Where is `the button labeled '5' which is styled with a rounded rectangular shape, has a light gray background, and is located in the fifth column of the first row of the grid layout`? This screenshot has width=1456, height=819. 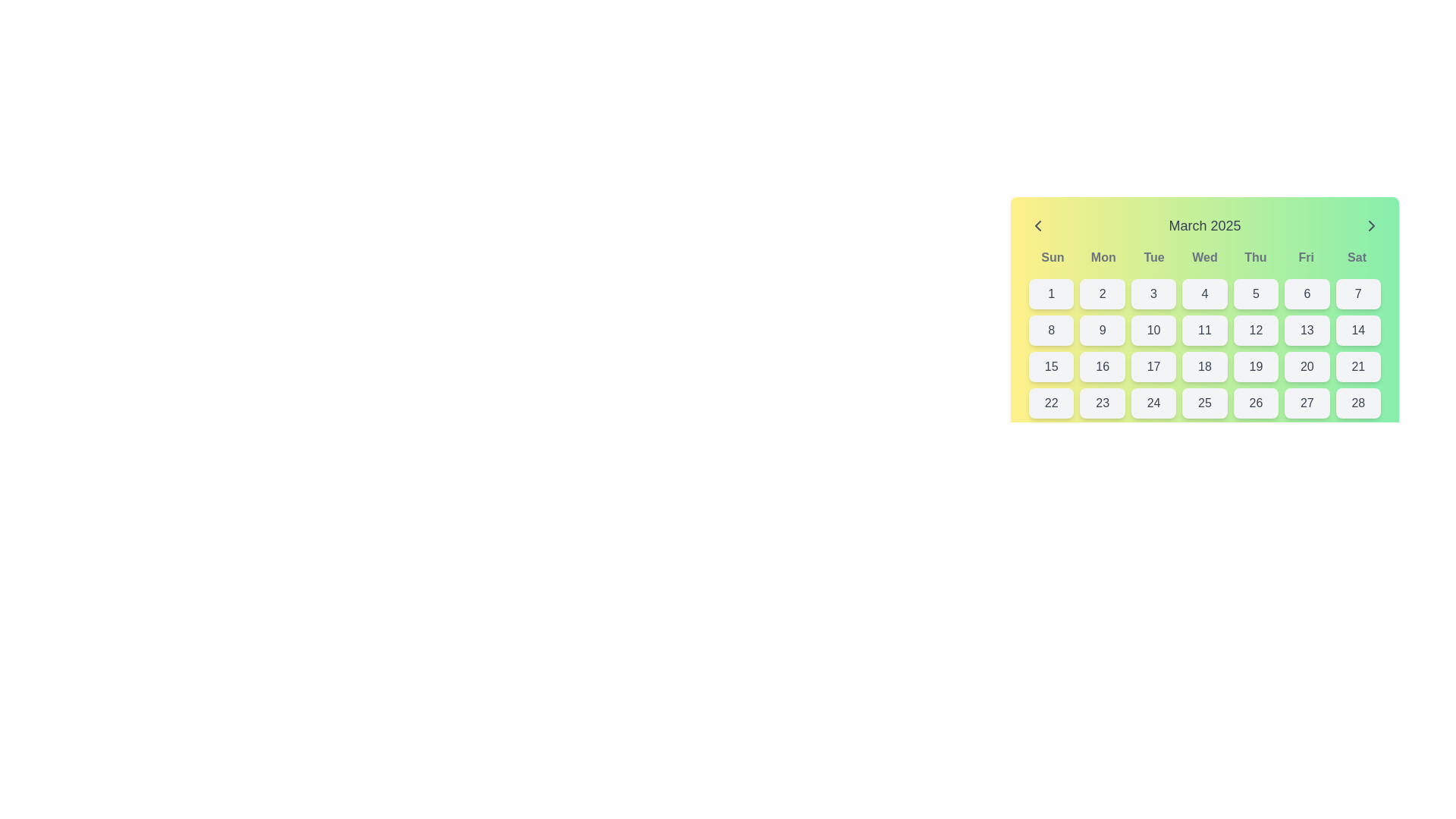 the button labeled '5' which is styled with a rounded rectangular shape, has a light gray background, and is located in the fifth column of the first row of the grid layout is located at coordinates (1256, 294).